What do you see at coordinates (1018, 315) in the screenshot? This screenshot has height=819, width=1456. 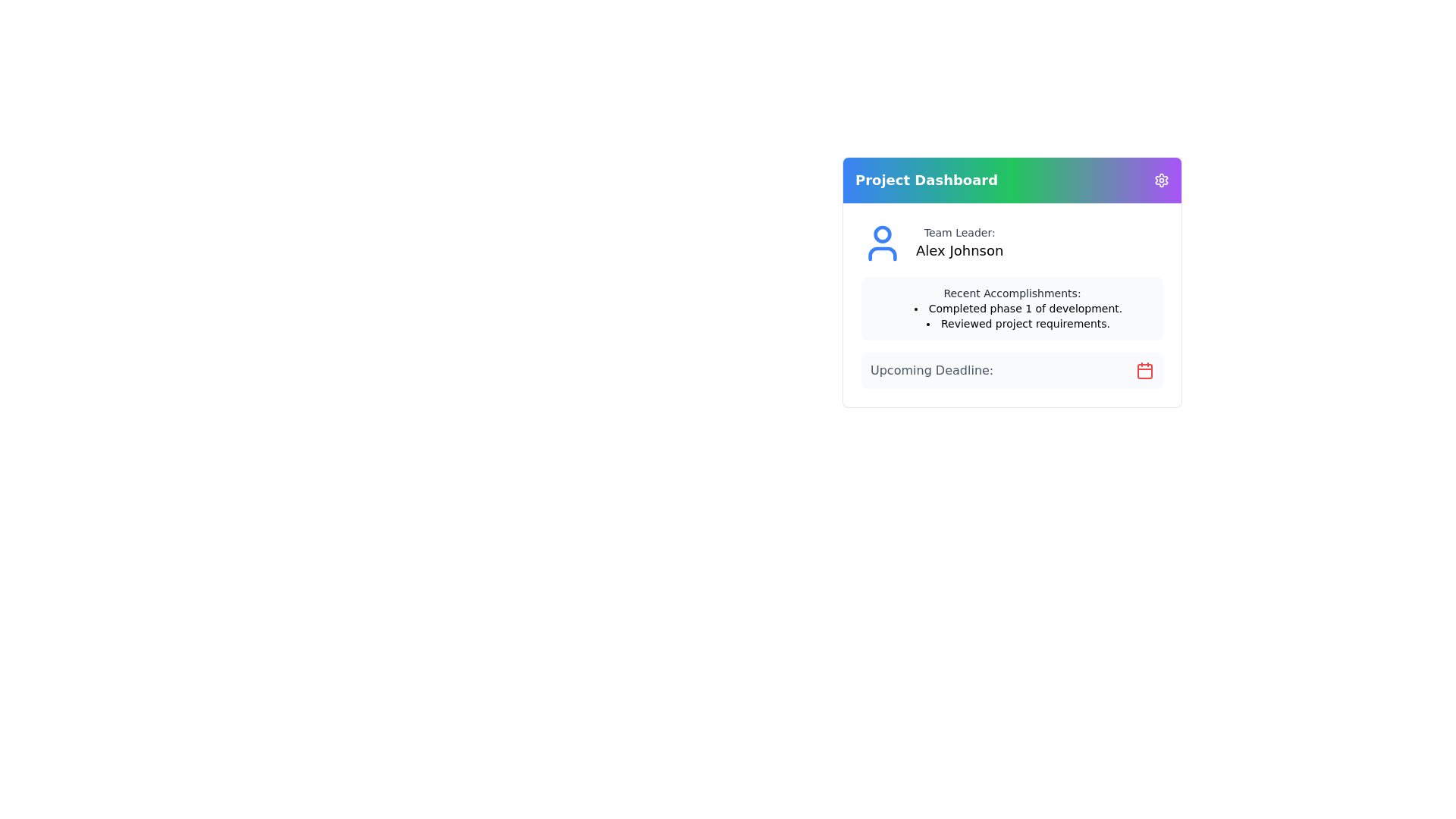 I see `the bulleted list displaying recent accomplishments, which includes the items 'Completed phase 1 of development.' and 'Reviewed project requirements.'` at bounding box center [1018, 315].